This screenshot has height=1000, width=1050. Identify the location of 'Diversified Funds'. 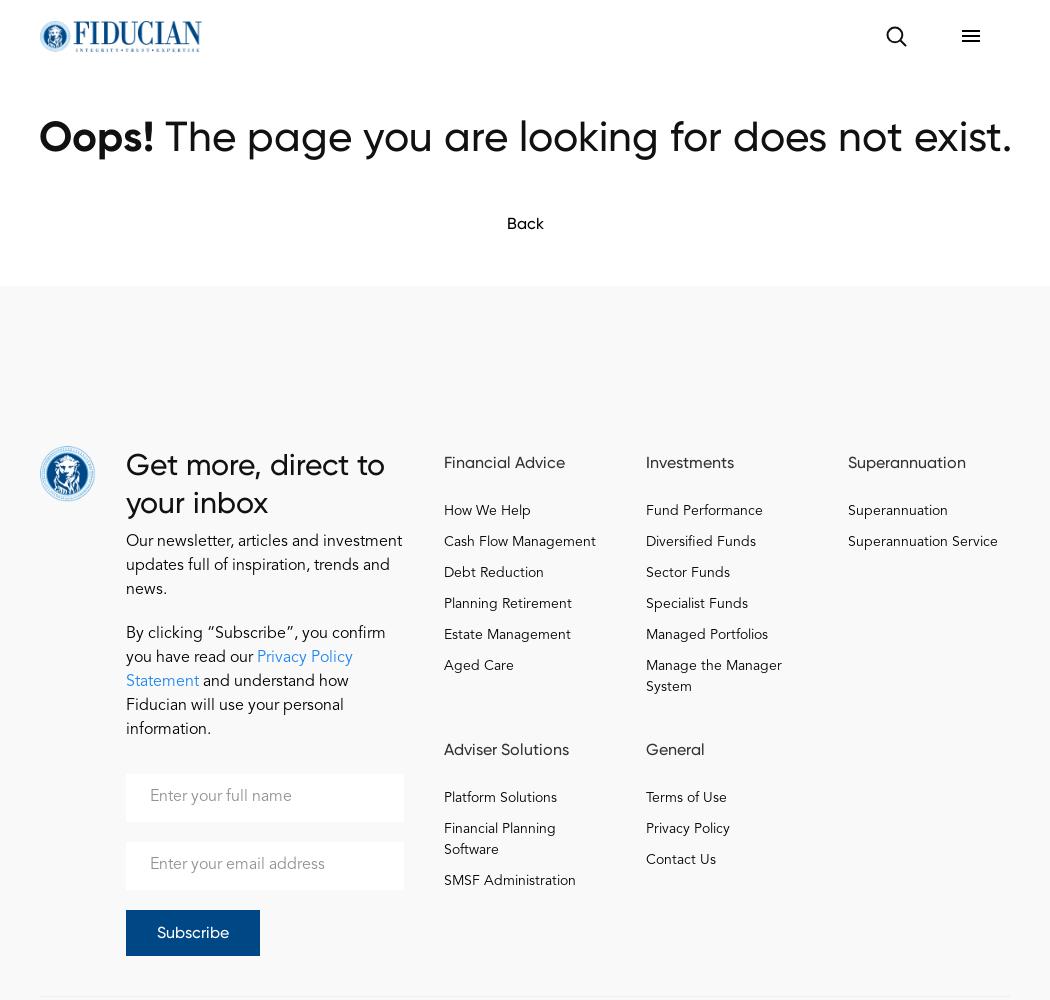
(700, 542).